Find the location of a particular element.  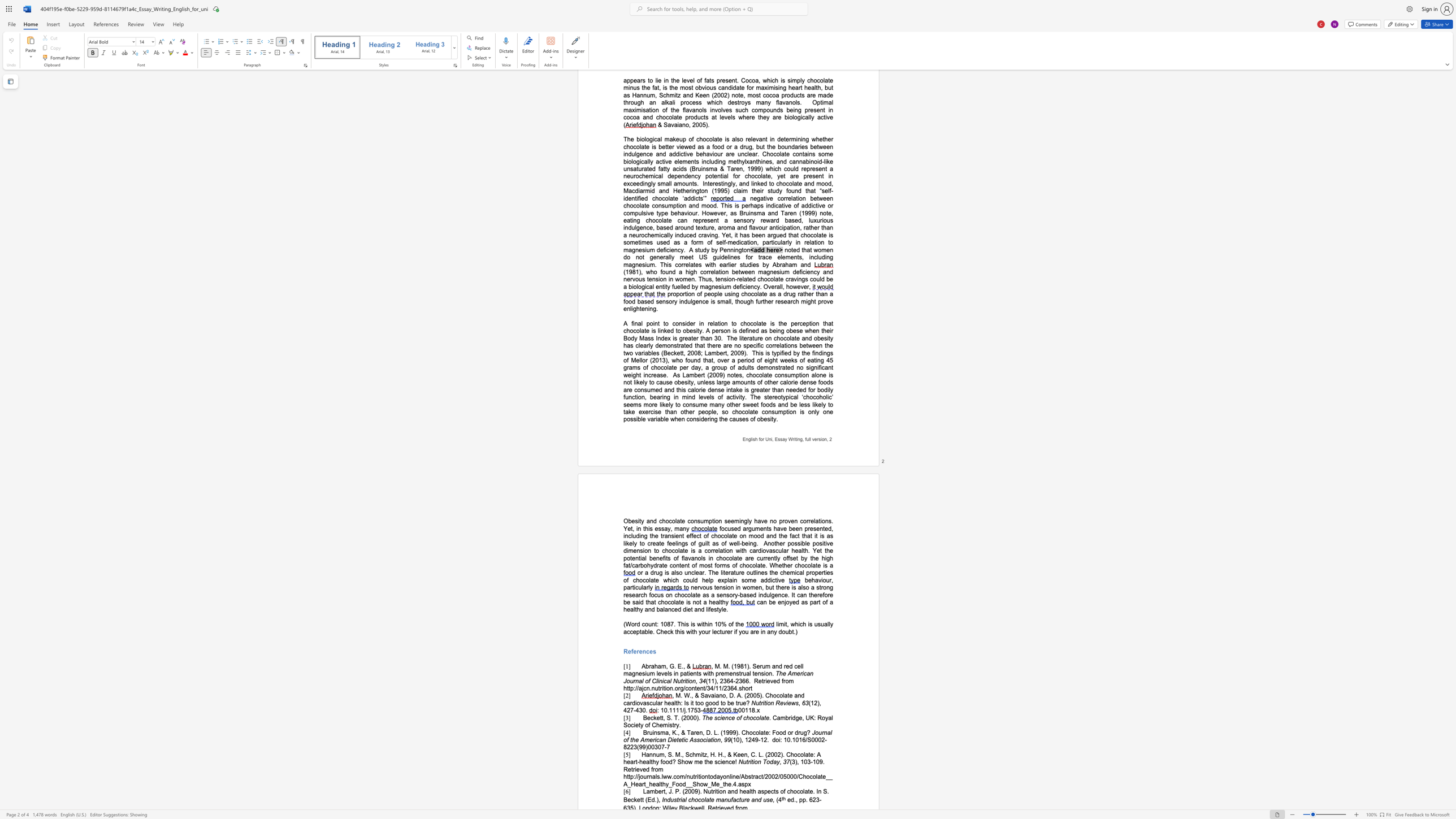

the subset text "and the fact that it is as likely to create feelings of" within the text "focused arguments have been presented, including the transient effect of chocolate on mood and the fact that it is as likely to create feelings of guilt as of well-being" is located at coordinates (765, 536).